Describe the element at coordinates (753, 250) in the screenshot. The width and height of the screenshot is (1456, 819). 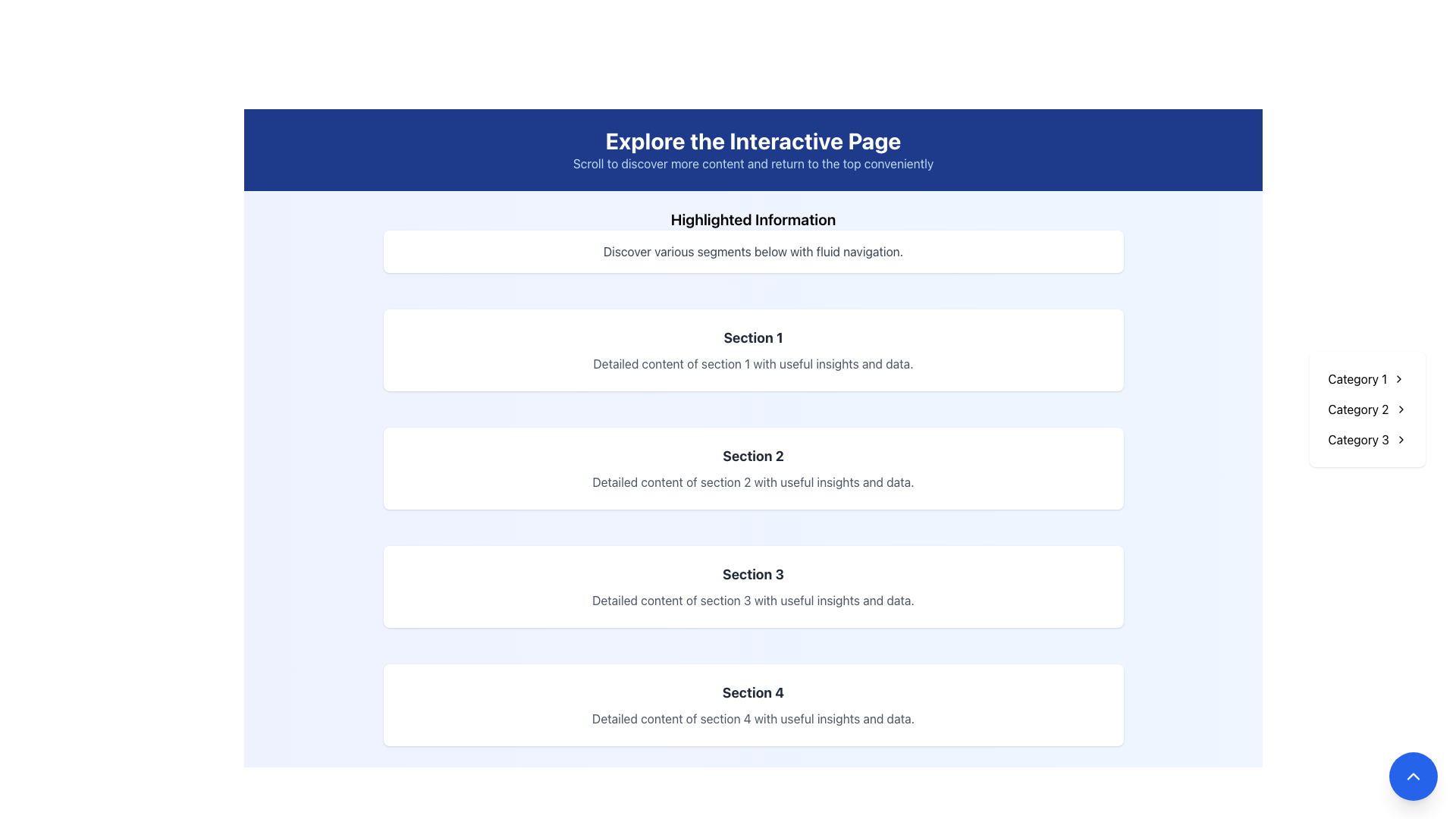
I see `the informational text block located below the 'Highlighted Information' header, which is centered horizontally in the interface` at that location.